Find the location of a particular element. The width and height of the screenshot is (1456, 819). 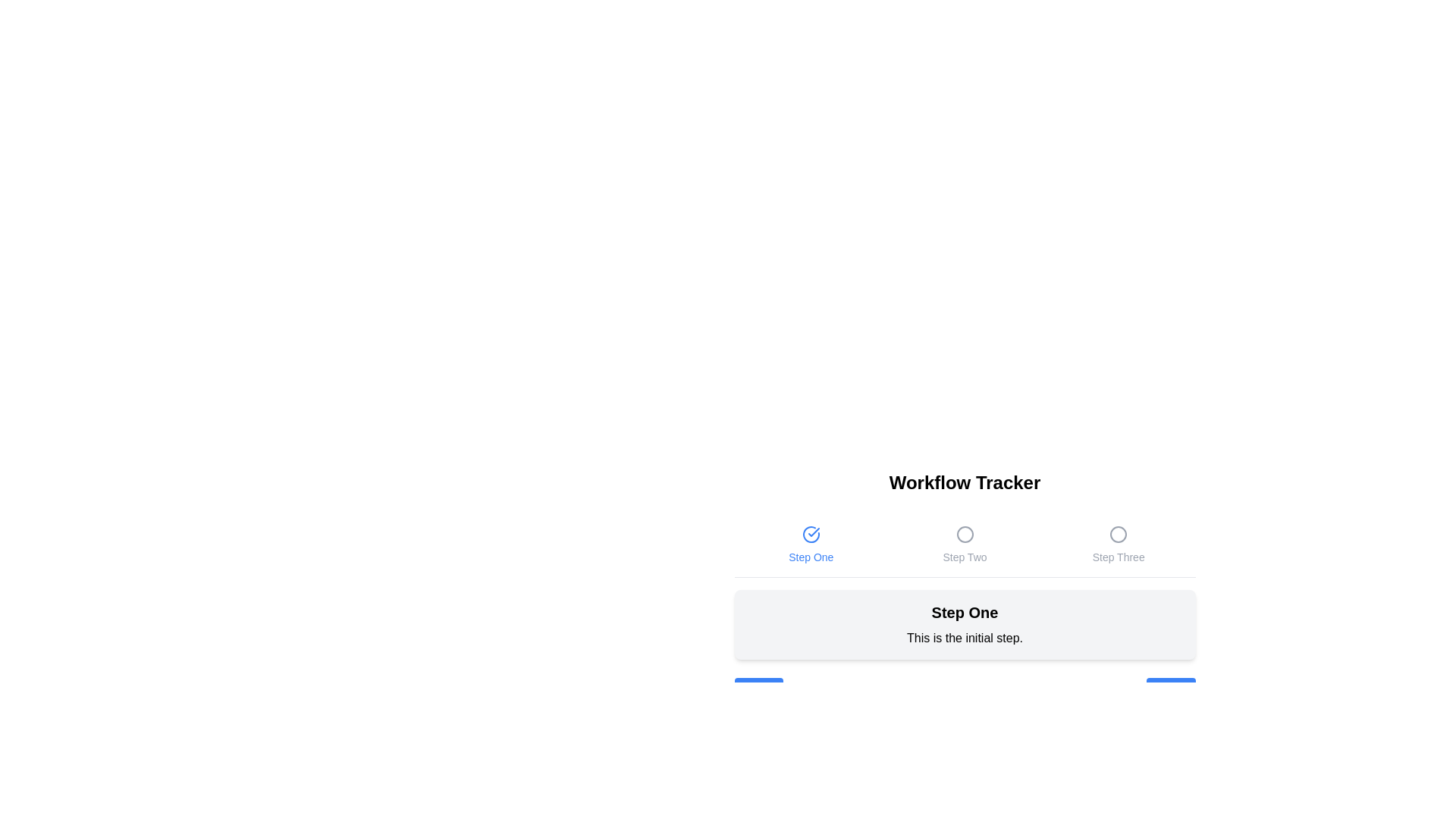

the progress tracker steps for details, located beneath the 'Workflow Tracker' title and above 'Step One' is located at coordinates (964, 544).